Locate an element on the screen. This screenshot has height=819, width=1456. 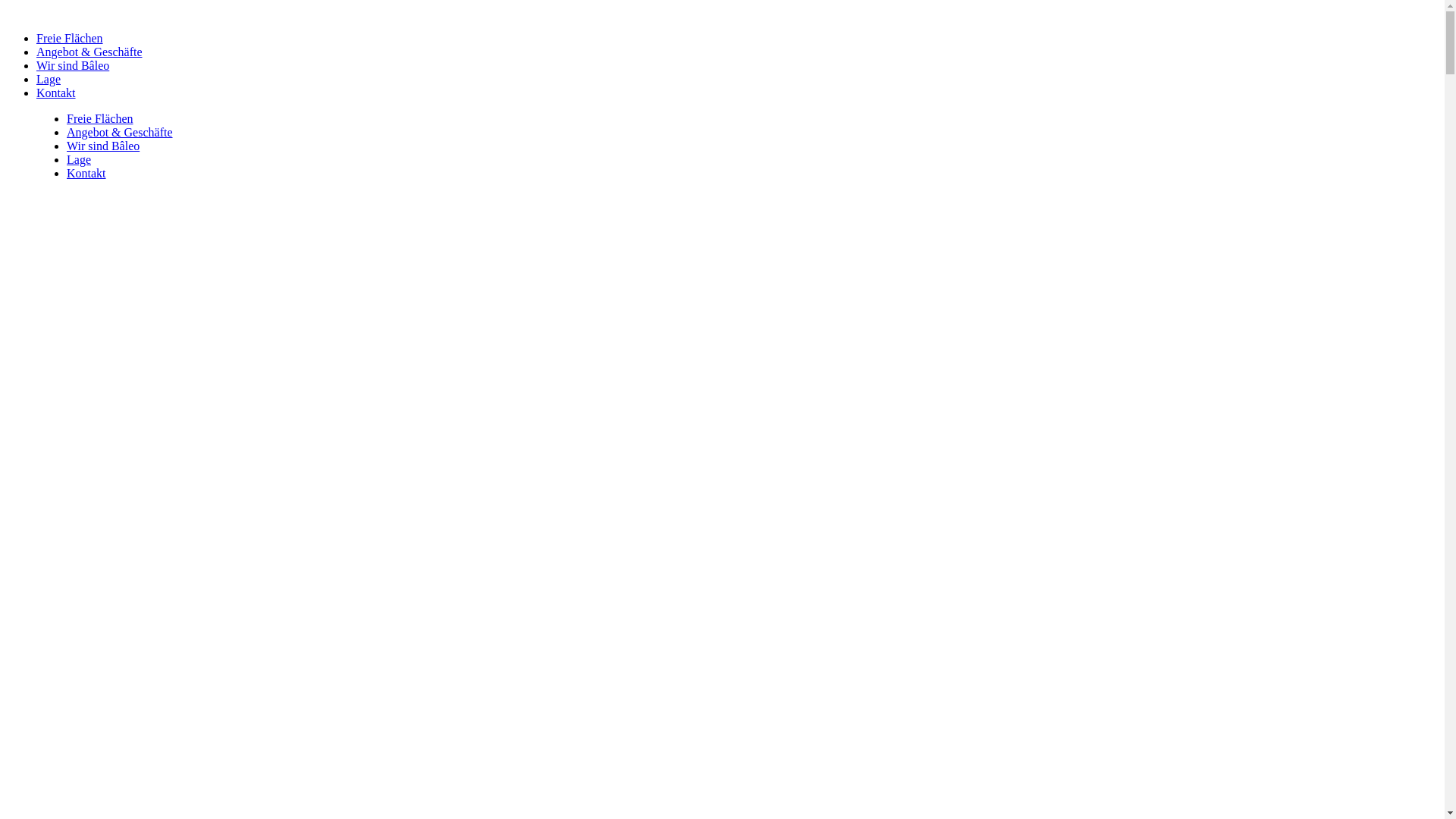
'Kontakt' is located at coordinates (86, 172).